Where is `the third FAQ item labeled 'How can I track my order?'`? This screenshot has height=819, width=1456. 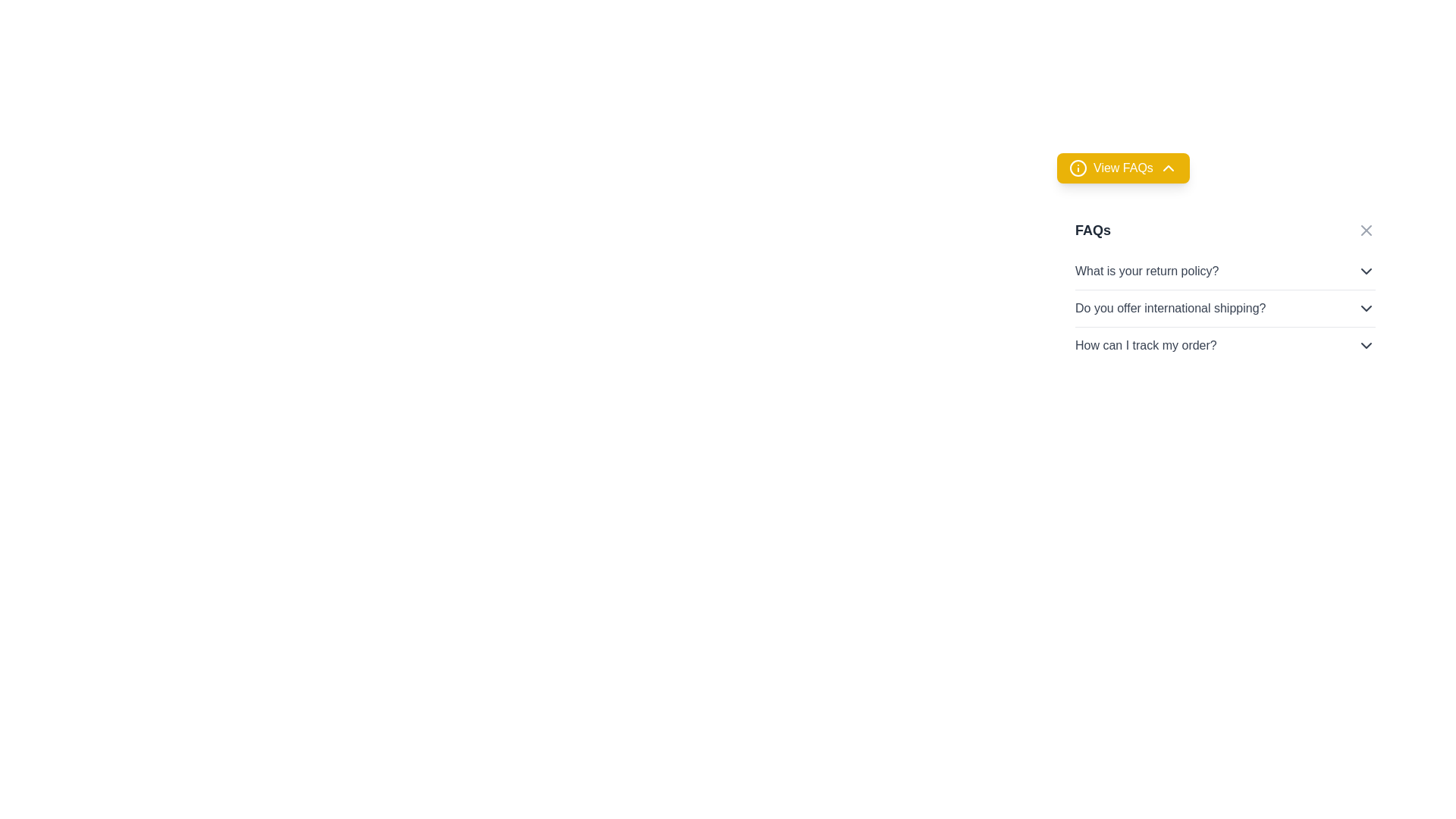 the third FAQ item labeled 'How can I track my order?' is located at coordinates (1225, 345).